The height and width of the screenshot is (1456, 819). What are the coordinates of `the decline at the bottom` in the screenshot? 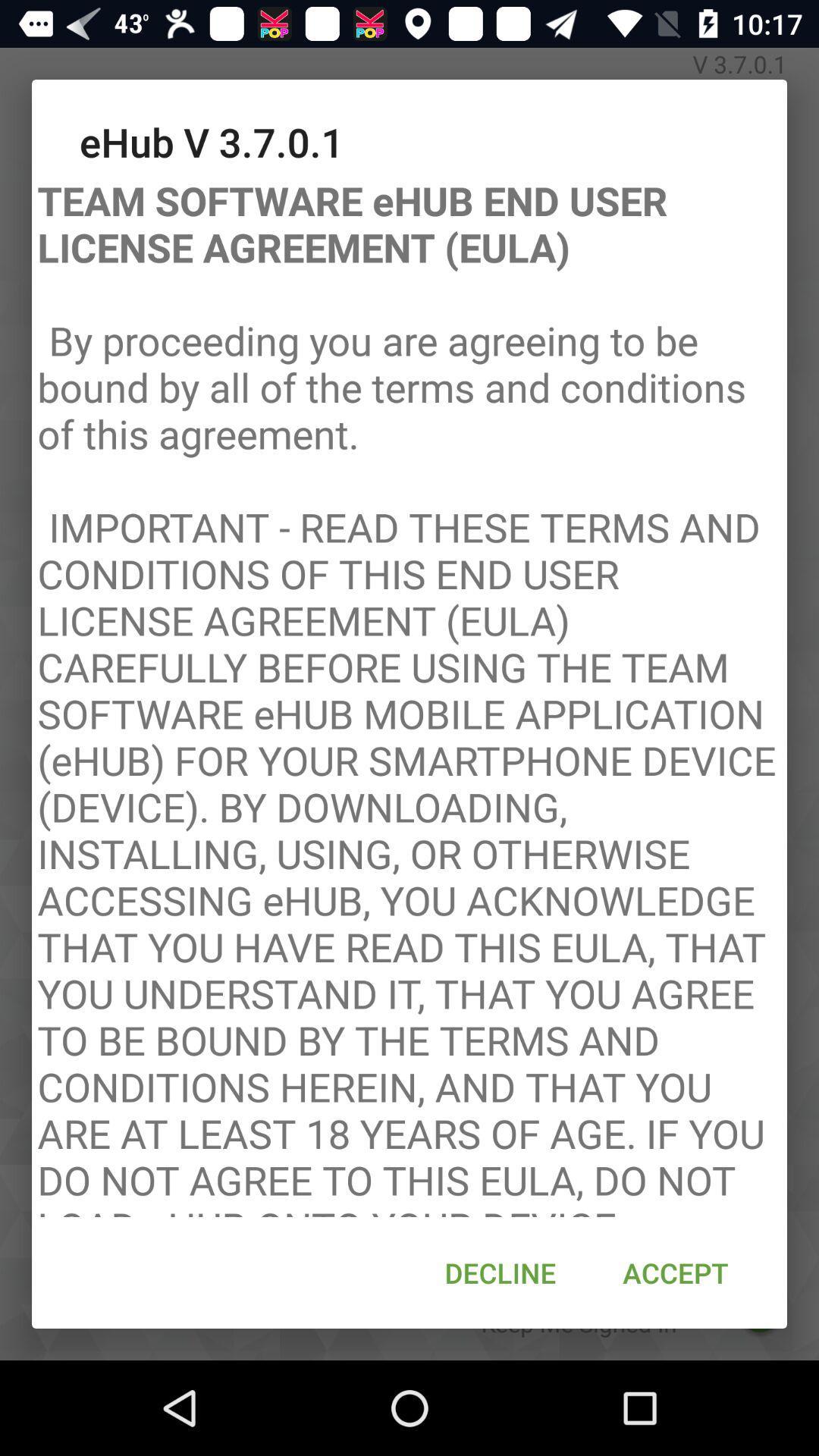 It's located at (500, 1272).